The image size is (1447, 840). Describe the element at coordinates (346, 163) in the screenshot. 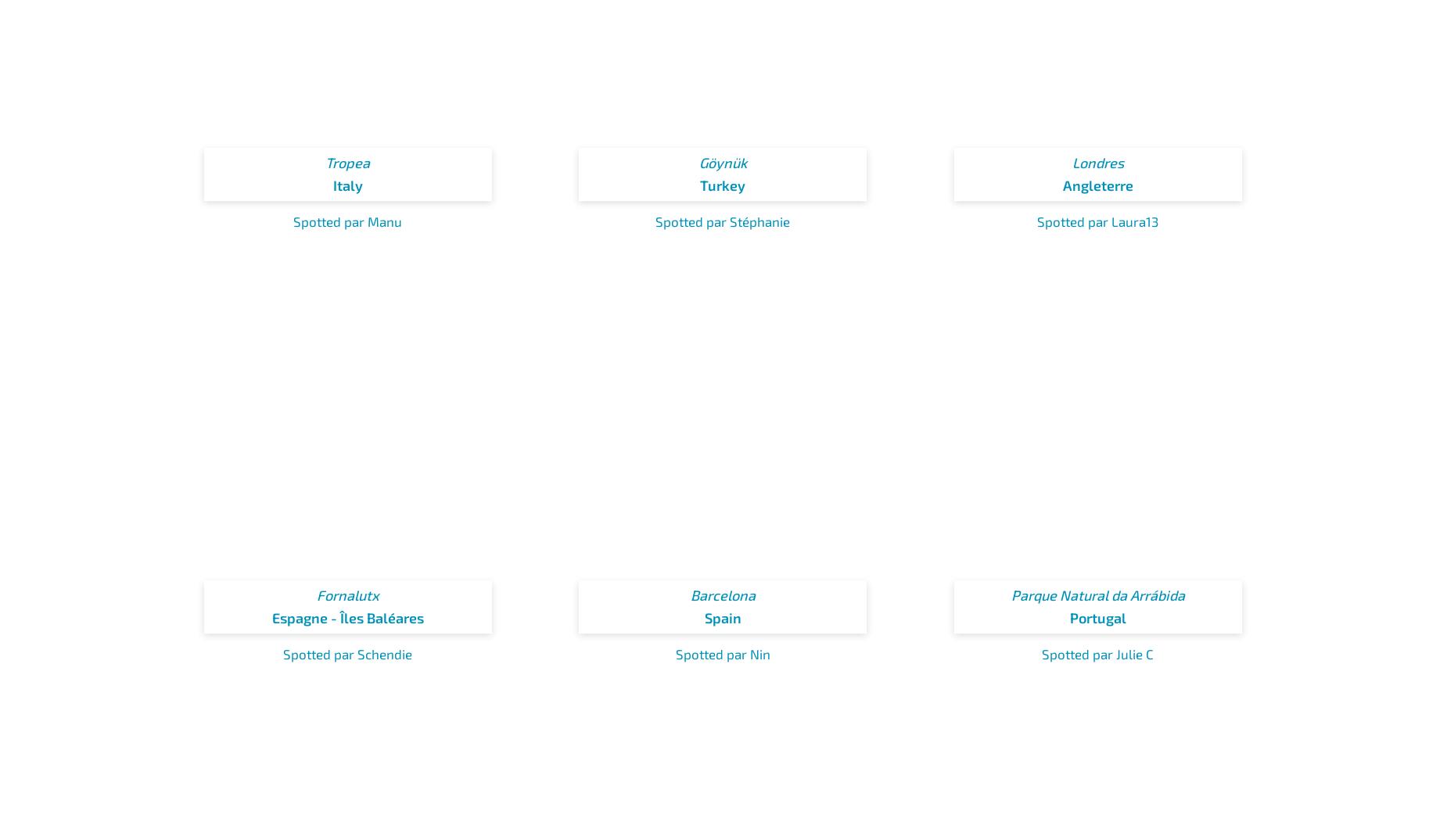

I see `'Tropea'` at that location.